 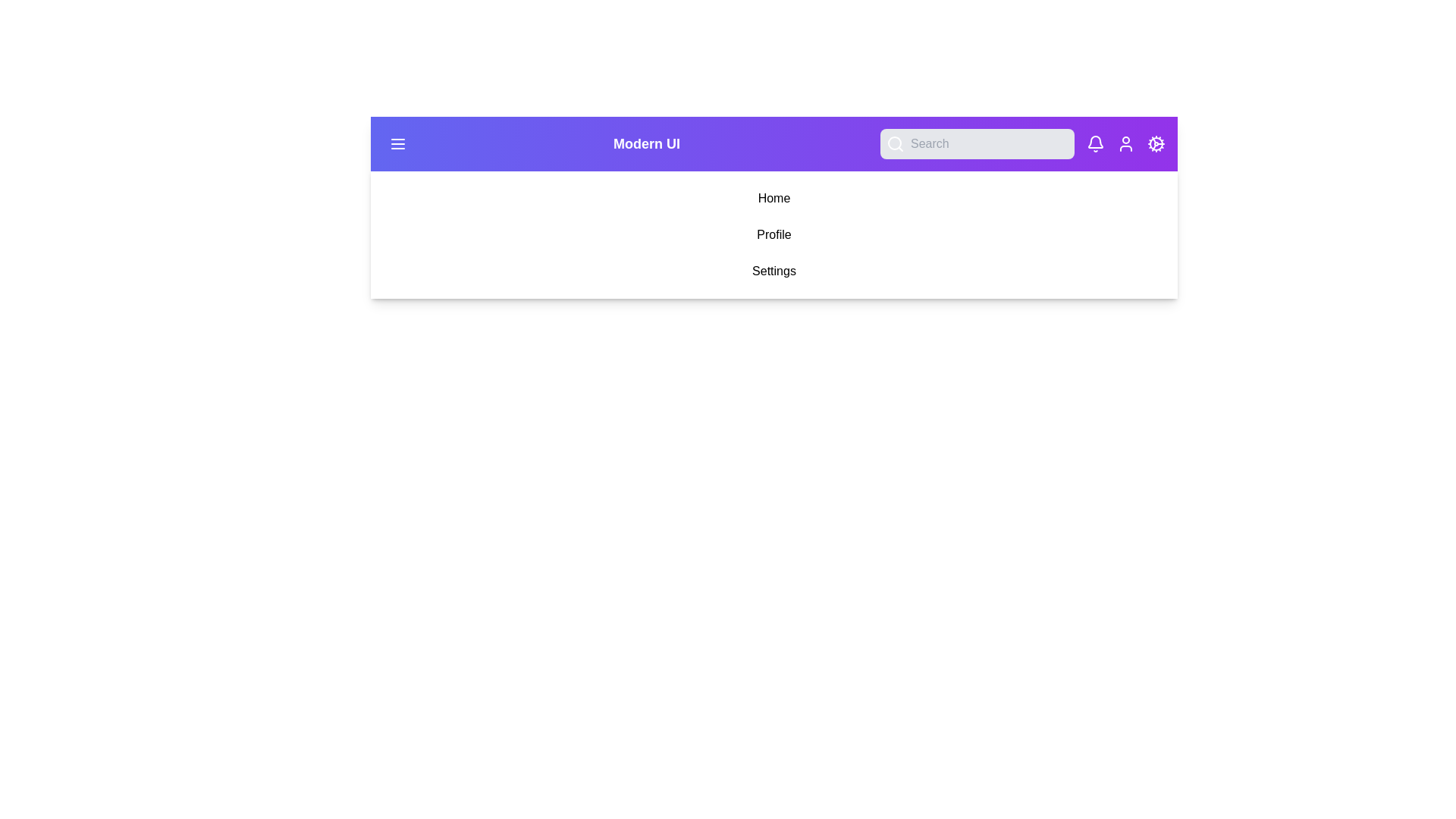 What do you see at coordinates (1125, 143) in the screenshot?
I see `the User button to navigate to its respective section` at bounding box center [1125, 143].